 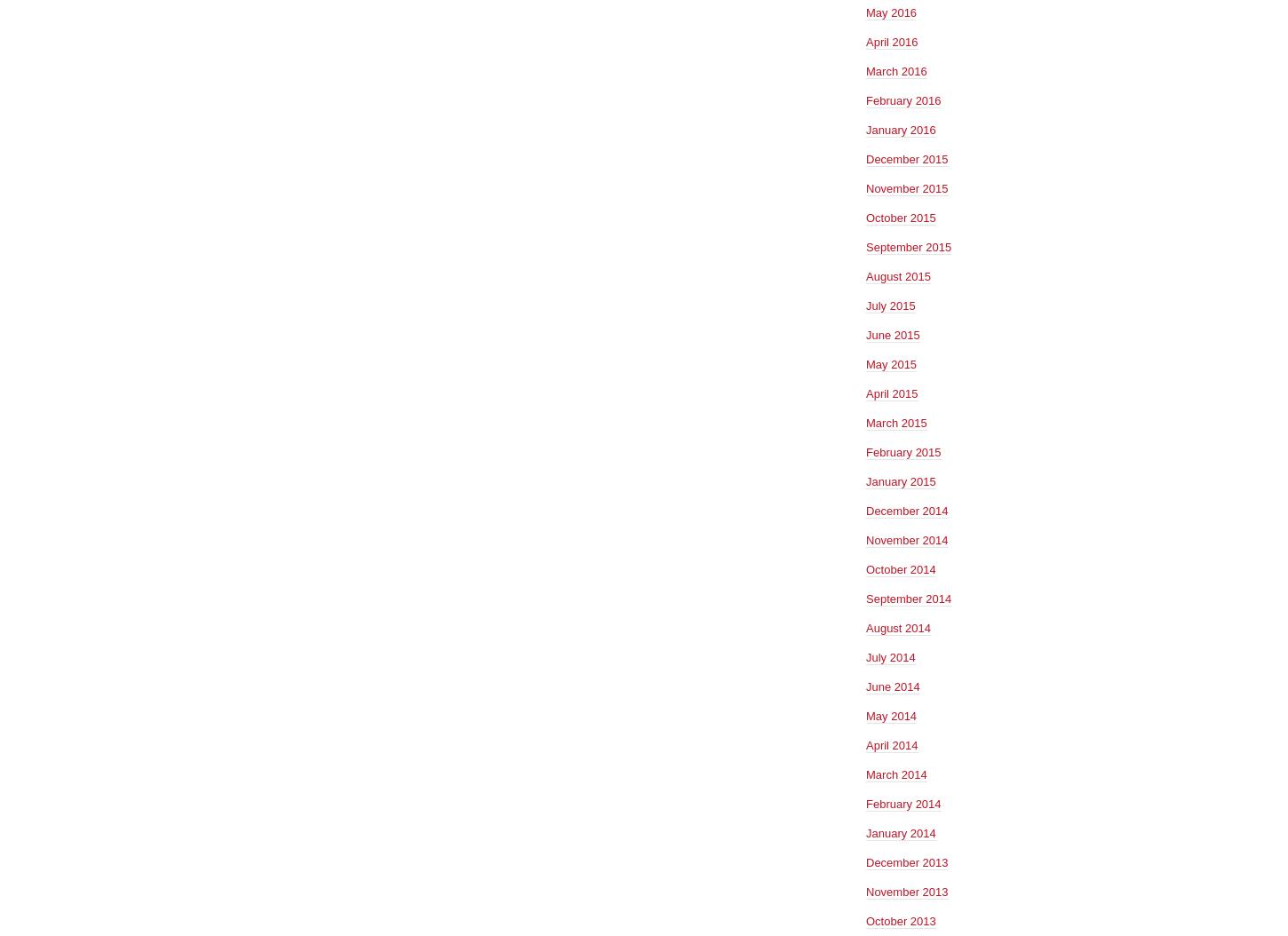 I want to click on 'May 2014', so click(x=891, y=714).